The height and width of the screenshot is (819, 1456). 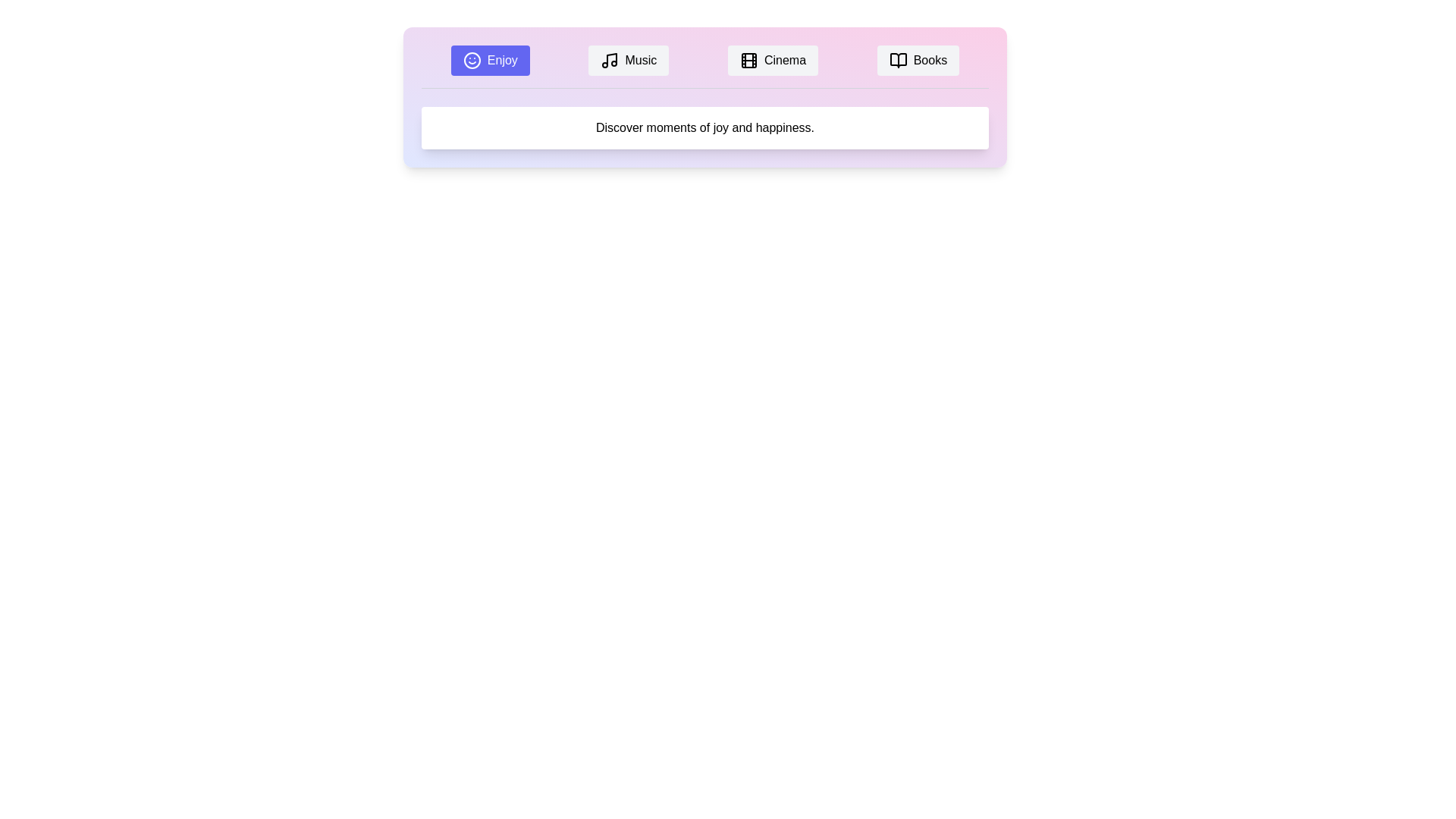 I want to click on the tab labeled Music to select it, so click(x=629, y=60).